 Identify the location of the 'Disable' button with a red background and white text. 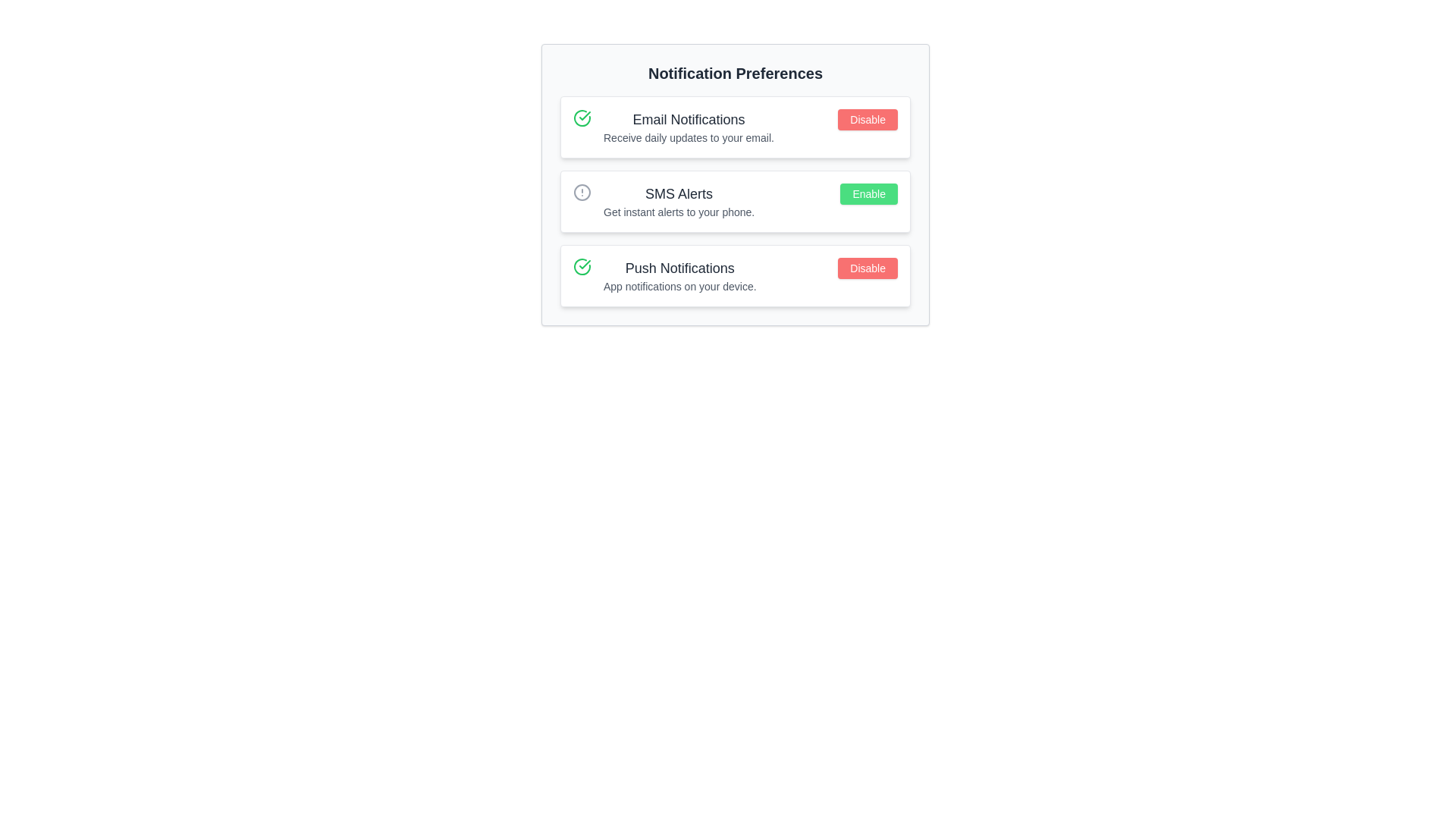
(868, 119).